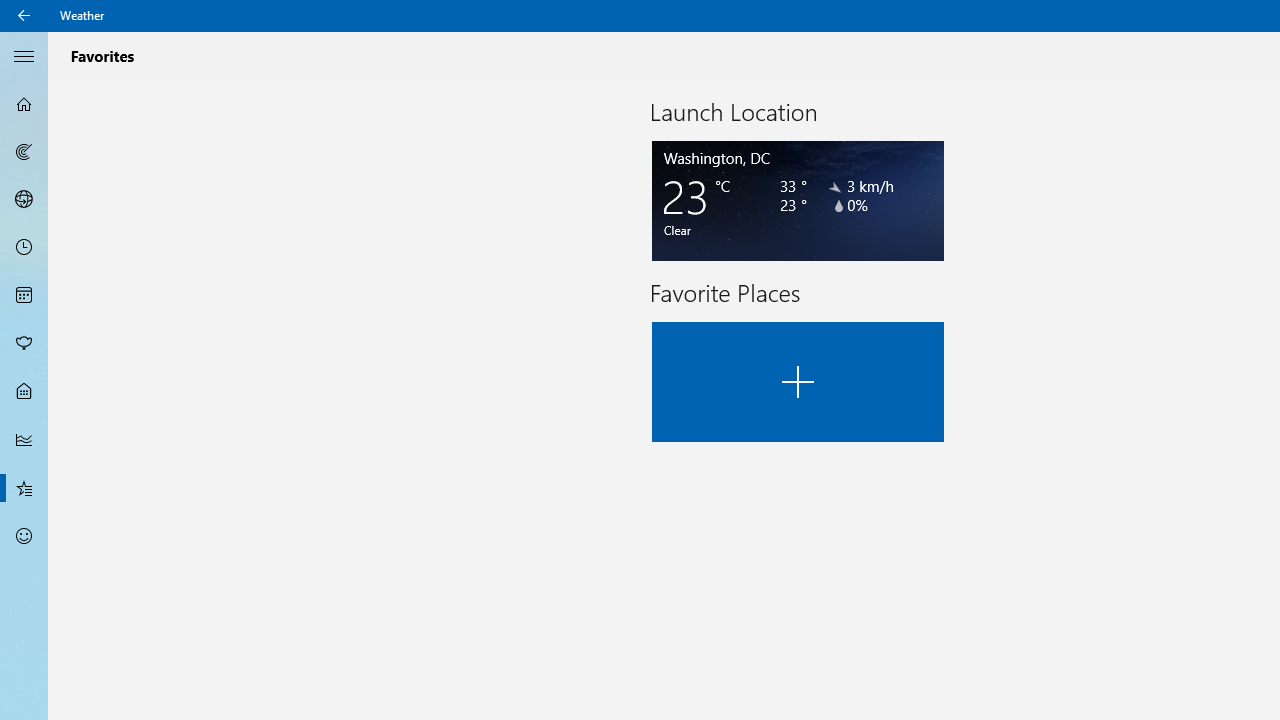 This screenshot has width=1280, height=720. Describe the element at coordinates (797, 381) in the screenshot. I see `'Add to Favorites'` at that location.